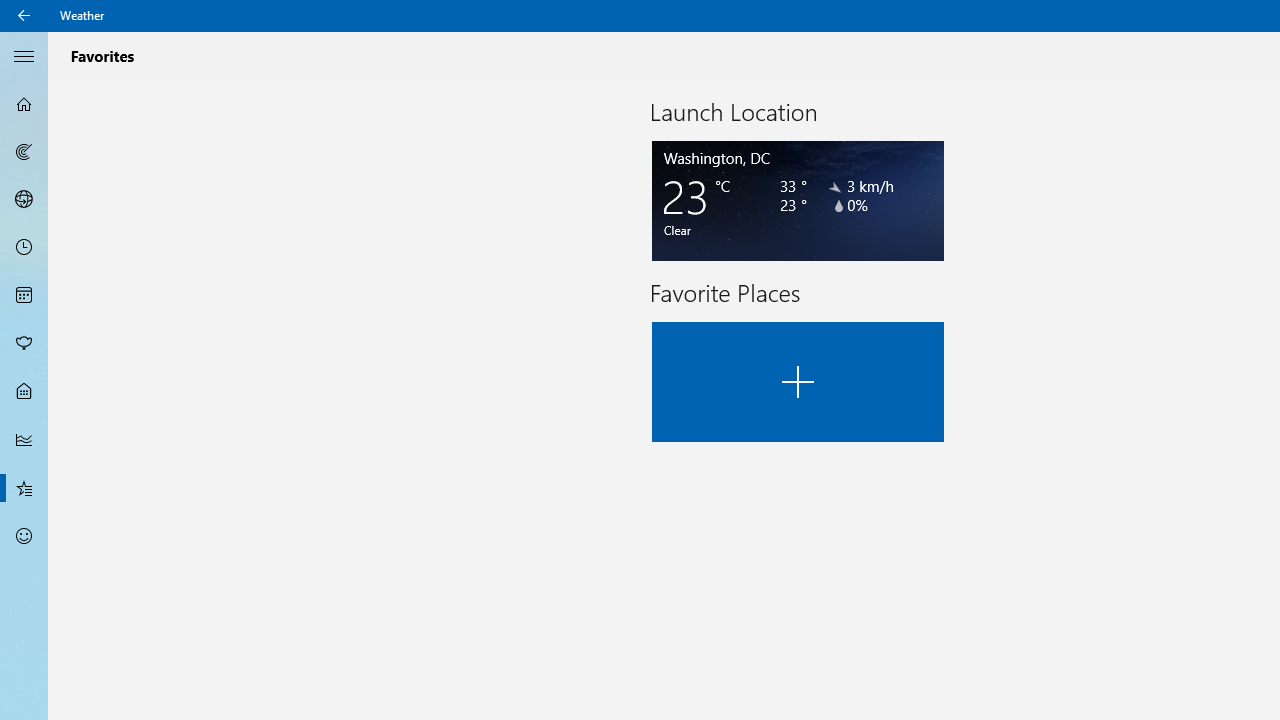 This screenshot has width=1280, height=720. Describe the element at coordinates (797, 381) in the screenshot. I see `'Add to Favorites'` at that location.